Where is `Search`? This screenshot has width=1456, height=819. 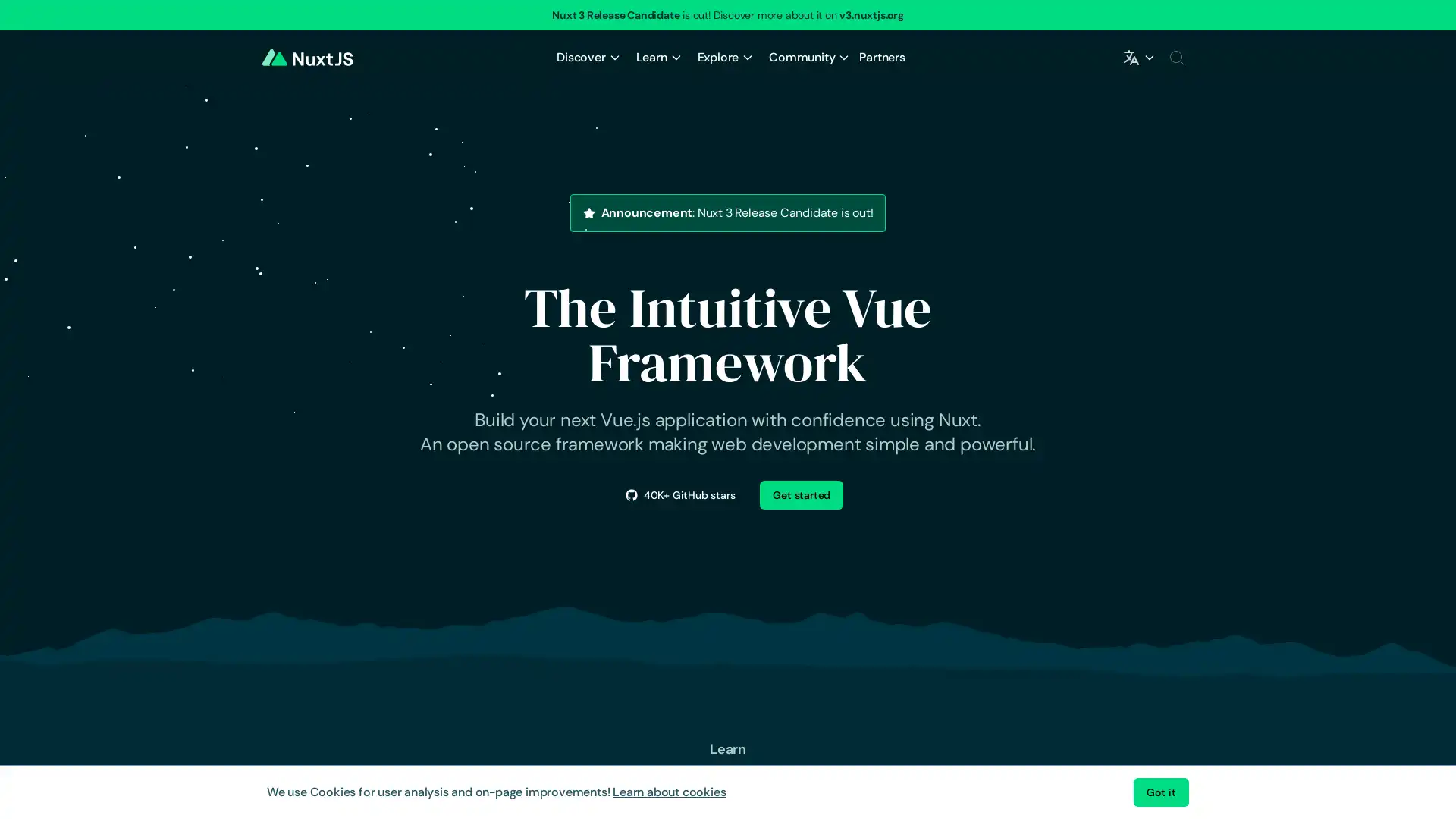
Search is located at coordinates (1175, 57).